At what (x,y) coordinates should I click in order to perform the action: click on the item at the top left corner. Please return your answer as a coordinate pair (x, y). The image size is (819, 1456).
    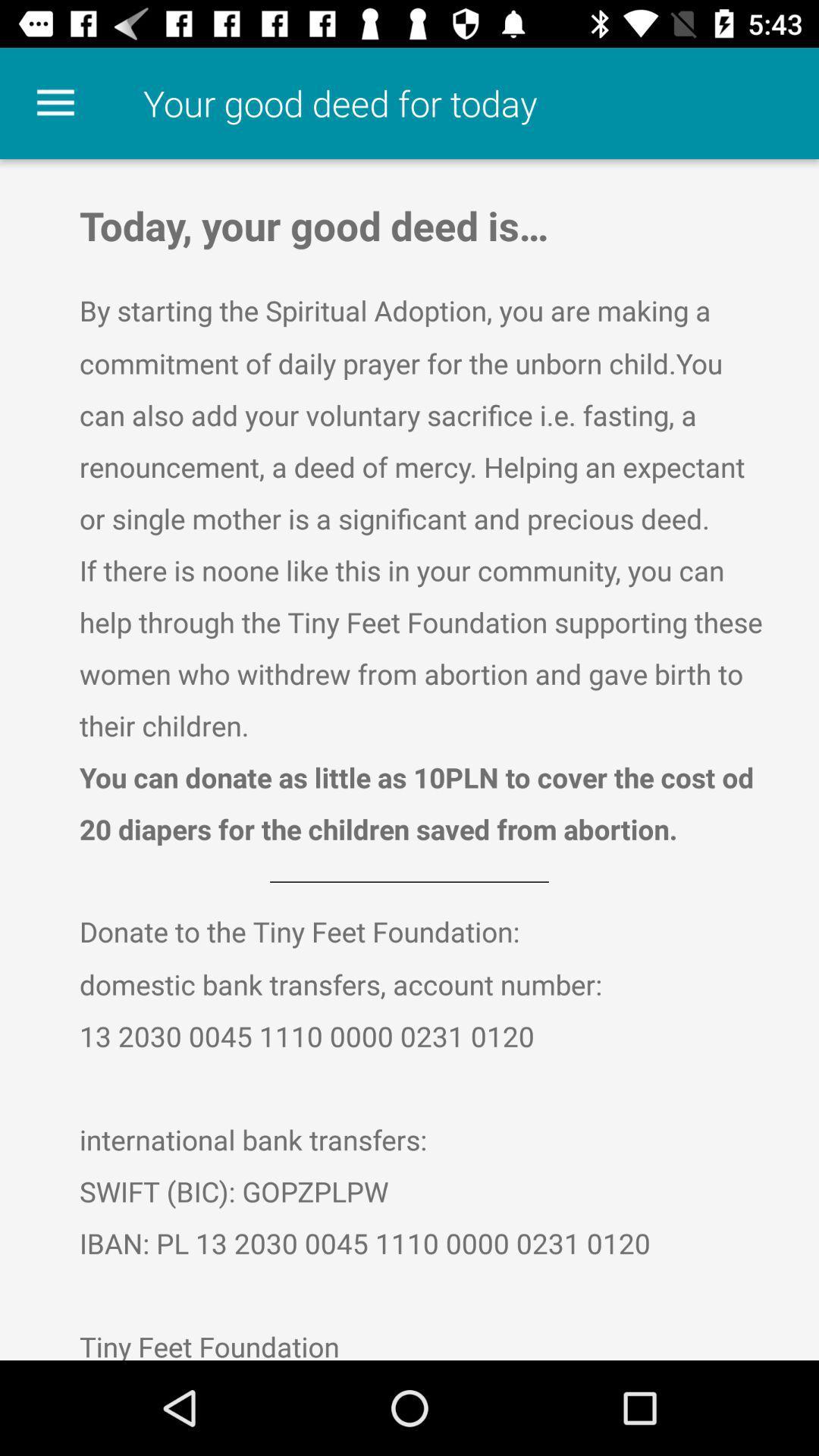
    Looking at the image, I should click on (55, 102).